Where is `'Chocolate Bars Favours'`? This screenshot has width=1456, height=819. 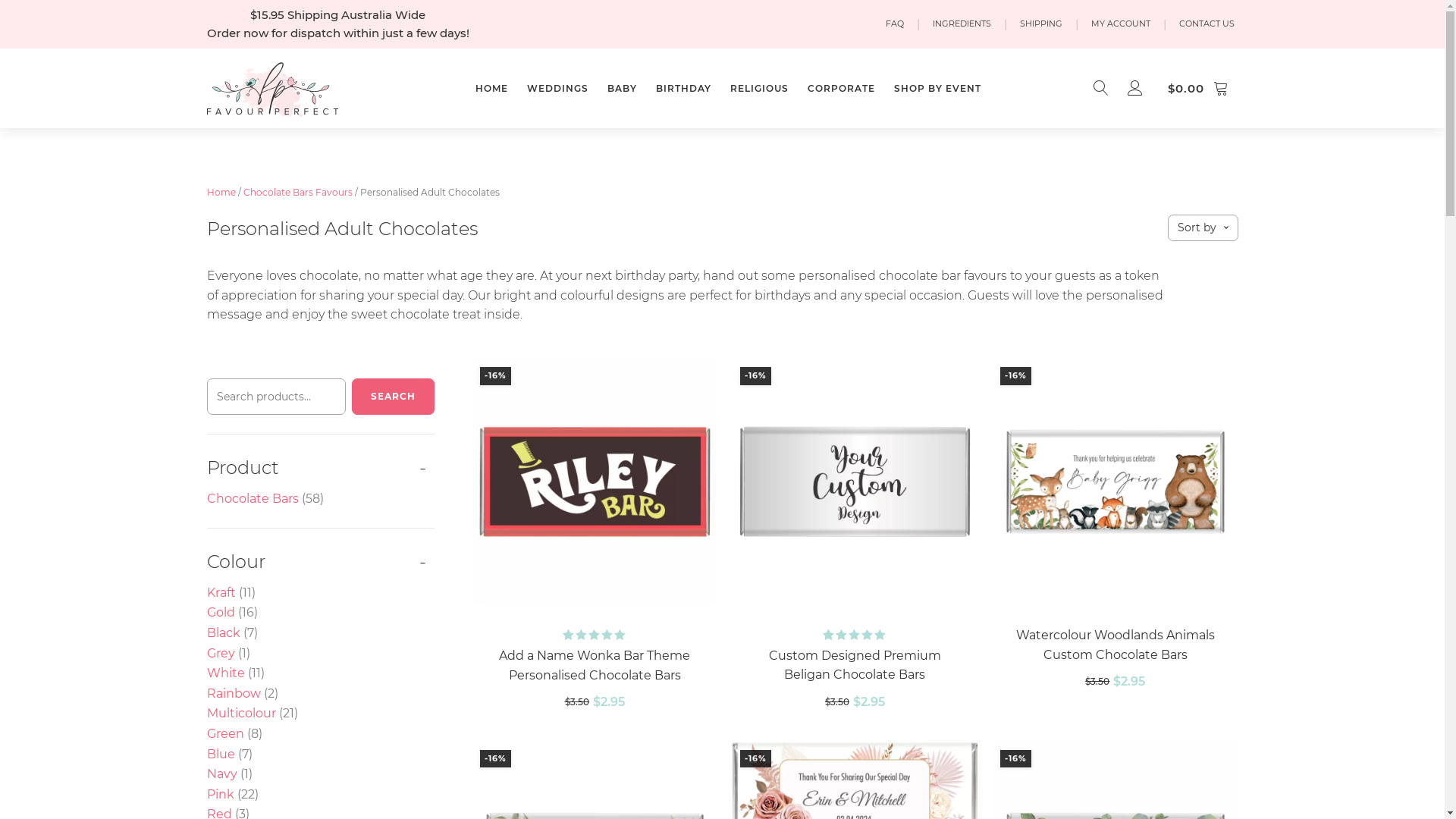 'Chocolate Bars Favours' is located at coordinates (297, 191).